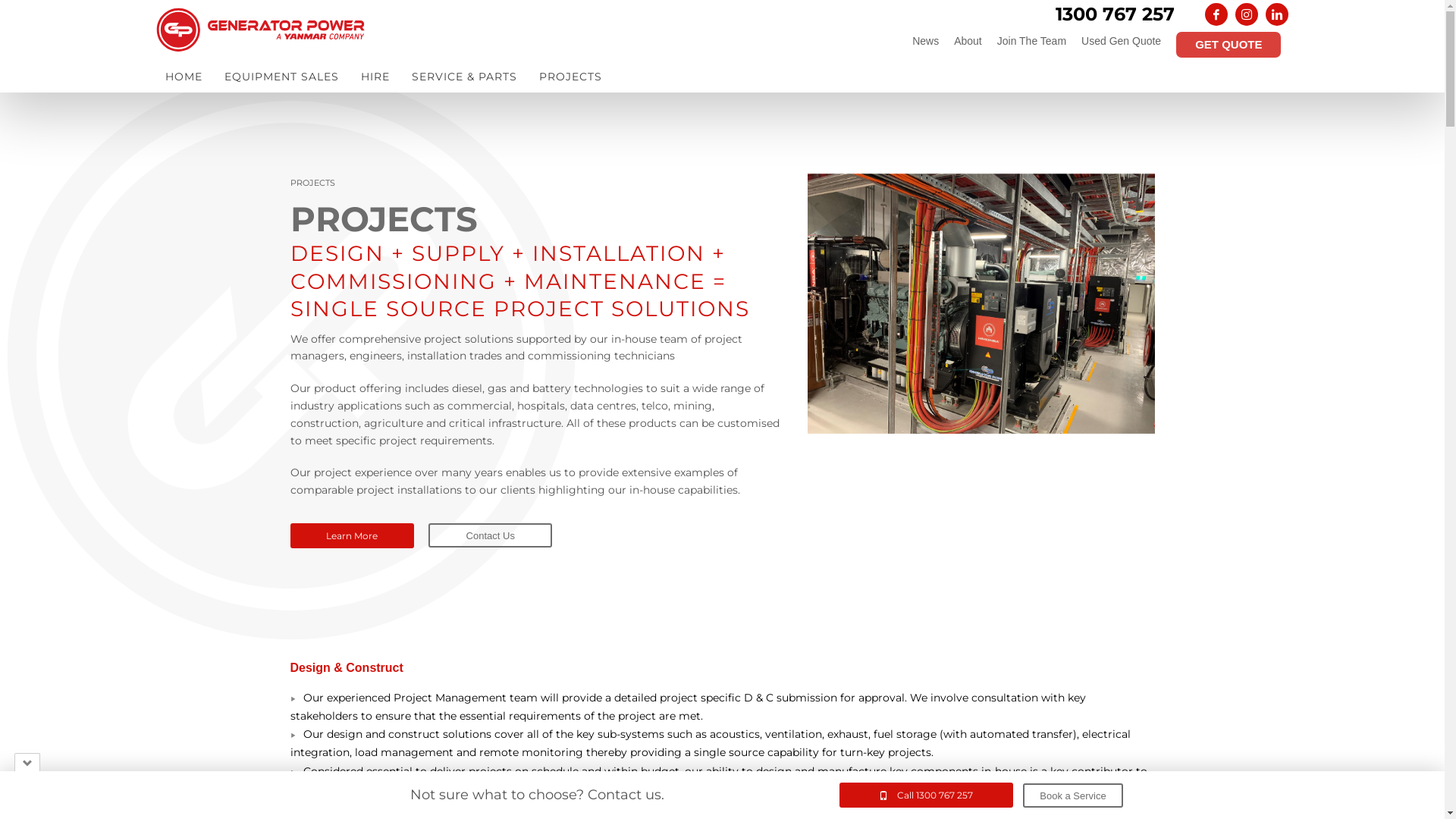 Image resolution: width=1456 pixels, height=819 pixels. I want to click on 'Join The Team', so click(1031, 40).